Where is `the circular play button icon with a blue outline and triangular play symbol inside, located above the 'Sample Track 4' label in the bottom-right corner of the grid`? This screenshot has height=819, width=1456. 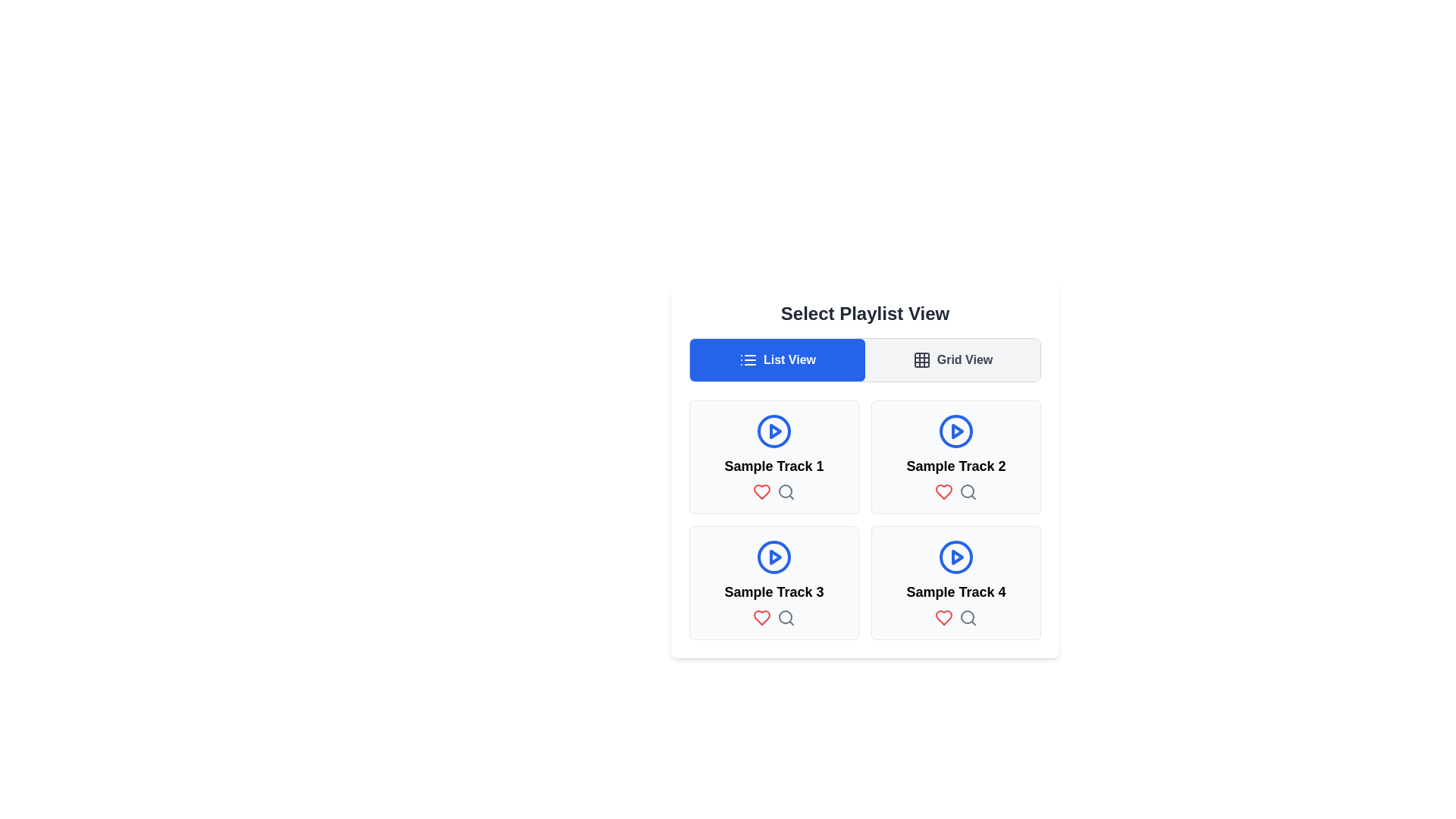 the circular play button icon with a blue outline and triangular play symbol inside, located above the 'Sample Track 4' label in the bottom-right corner of the grid is located at coordinates (955, 557).